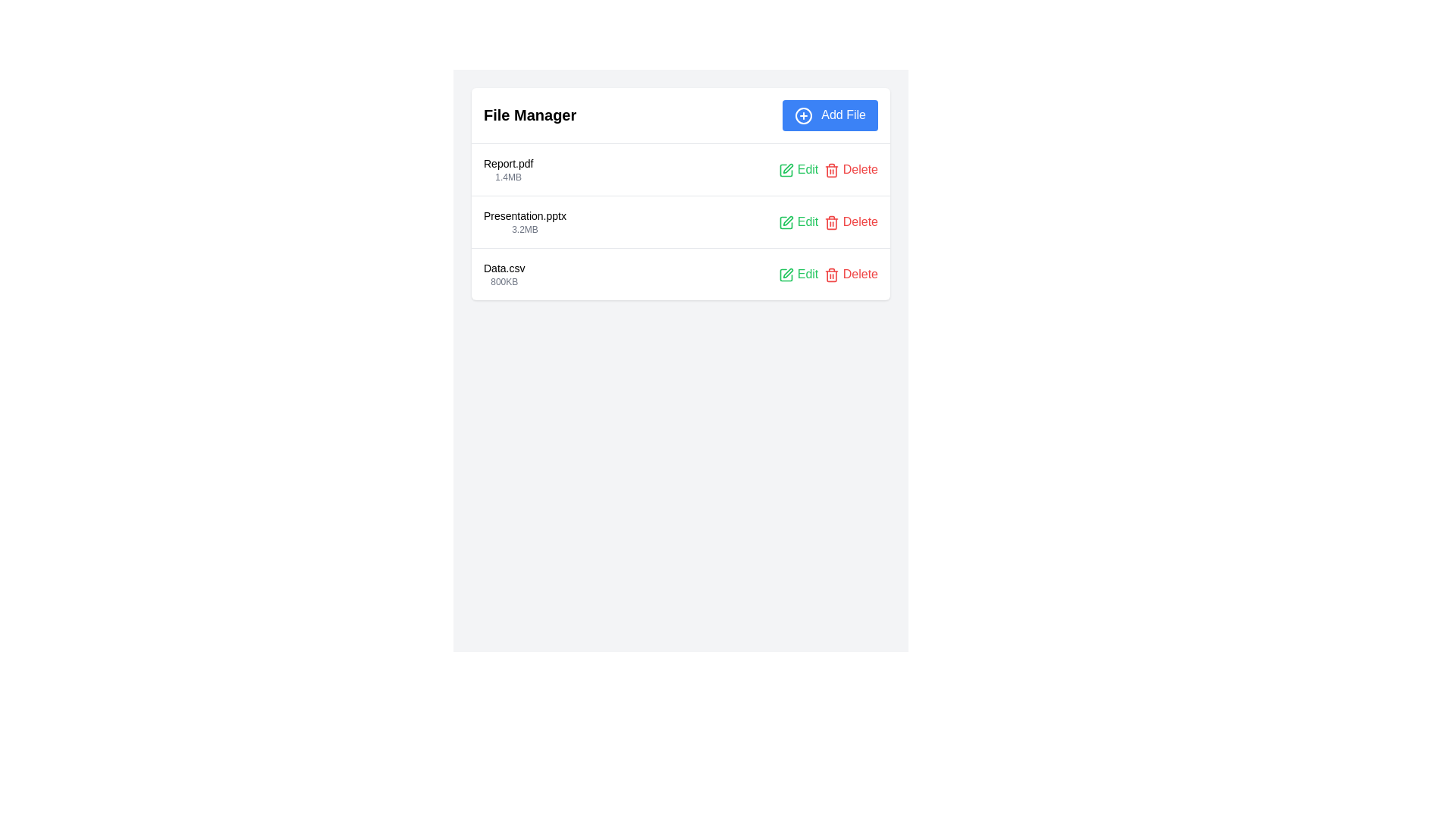 Image resolution: width=1456 pixels, height=819 pixels. Describe the element at coordinates (679, 221) in the screenshot. I see `the file entry 'Presentation.pptx' in the file manager` at that location.